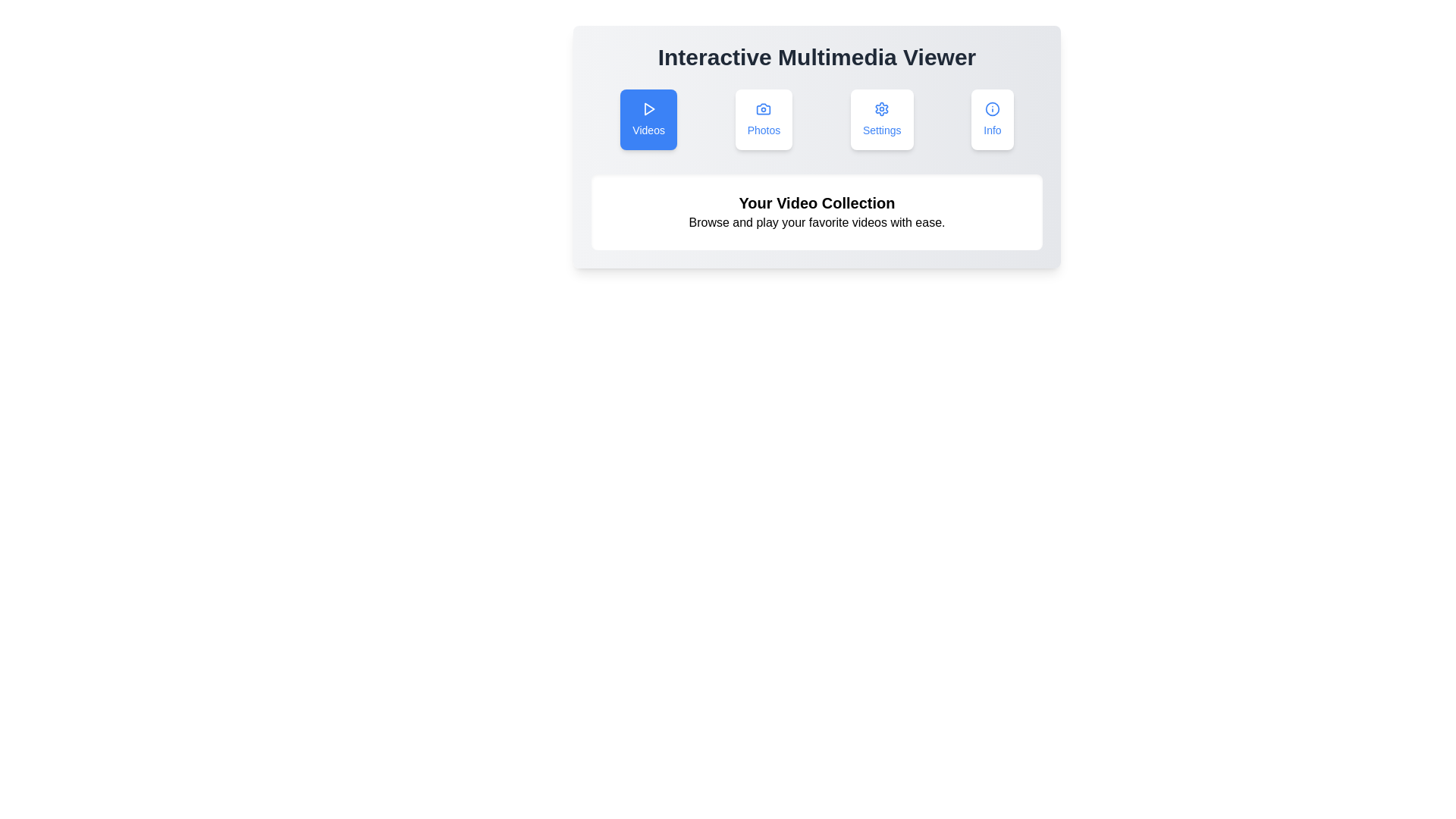 Image resolution: width=1456 pixels, height=819 pixels. I want to click on the text block containing the title 'Your Video Collection' and the description 'Browse and play your favorite videos with ease.', so click(816, 212).